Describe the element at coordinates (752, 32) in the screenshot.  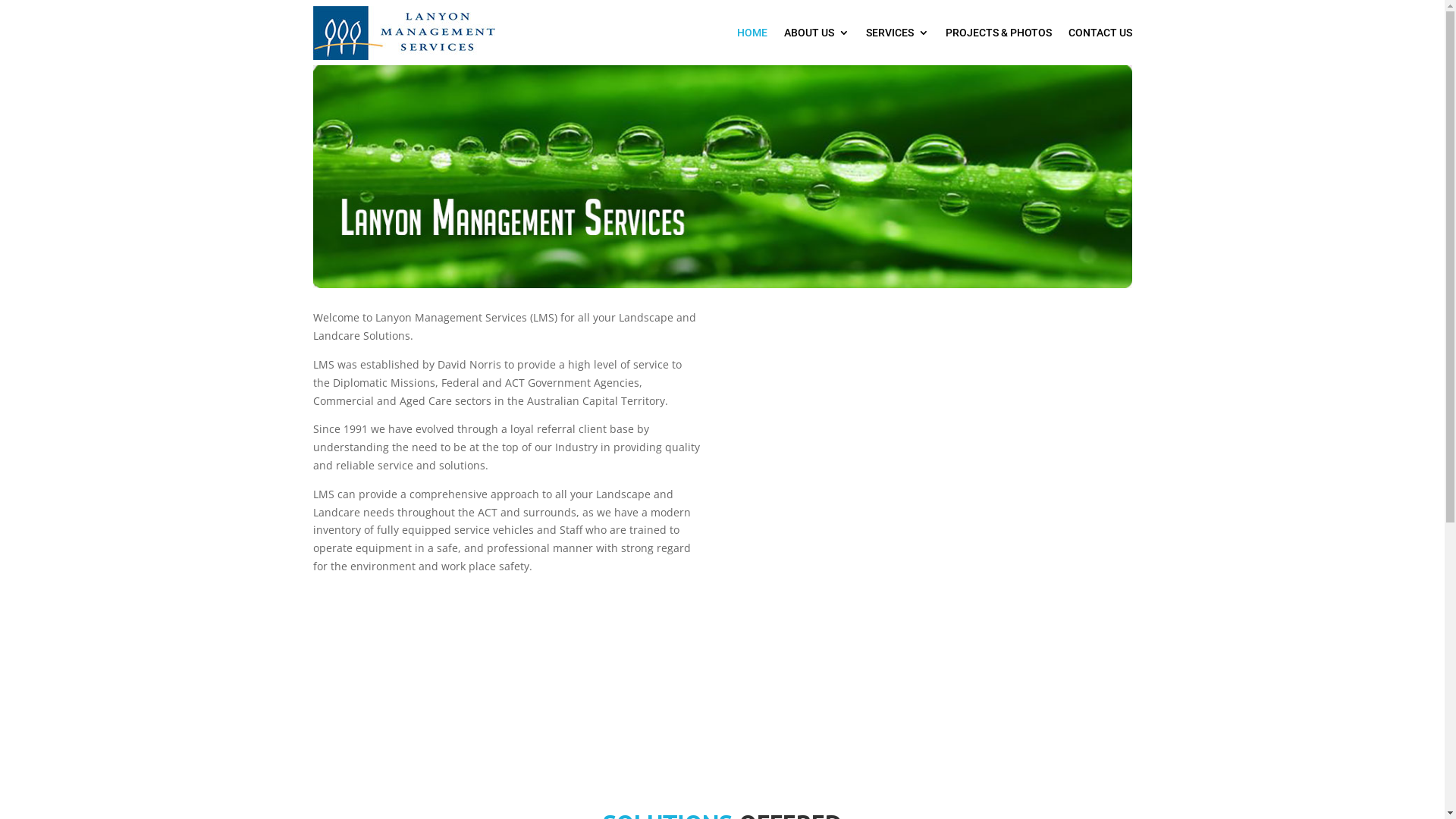
I see `'HOME'` at that location.